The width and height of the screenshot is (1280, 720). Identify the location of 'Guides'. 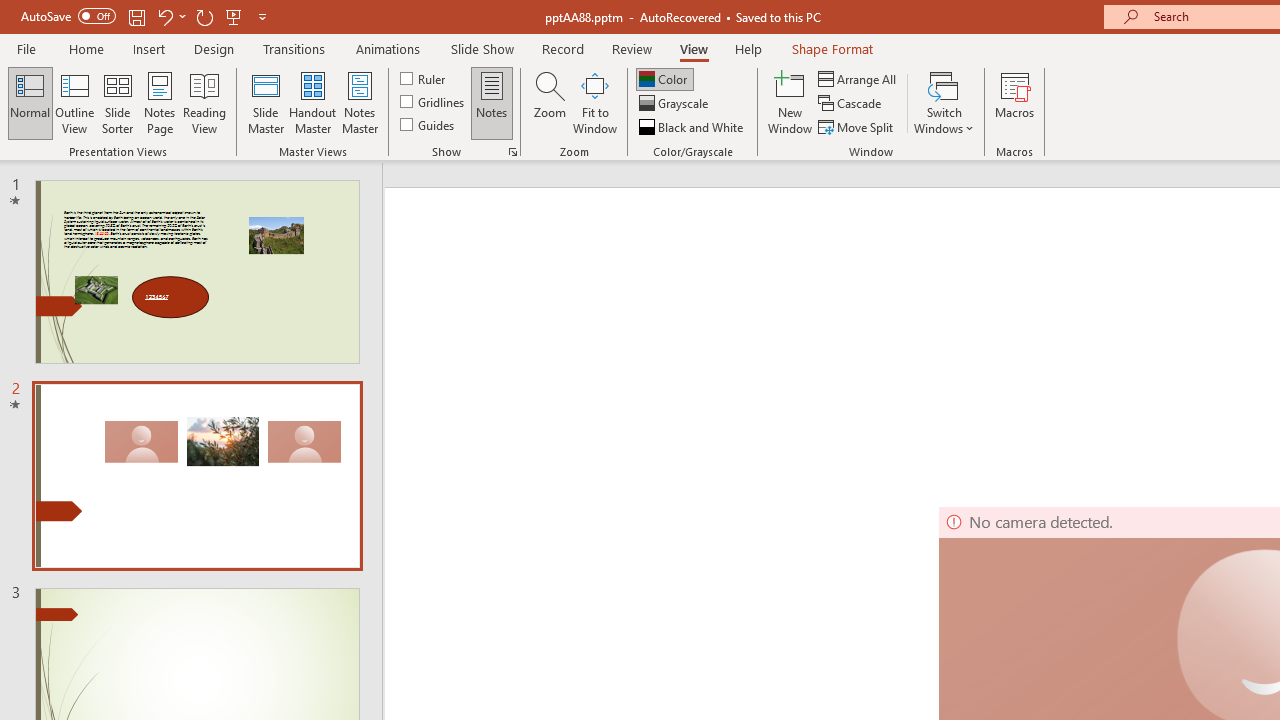
(427, 124).